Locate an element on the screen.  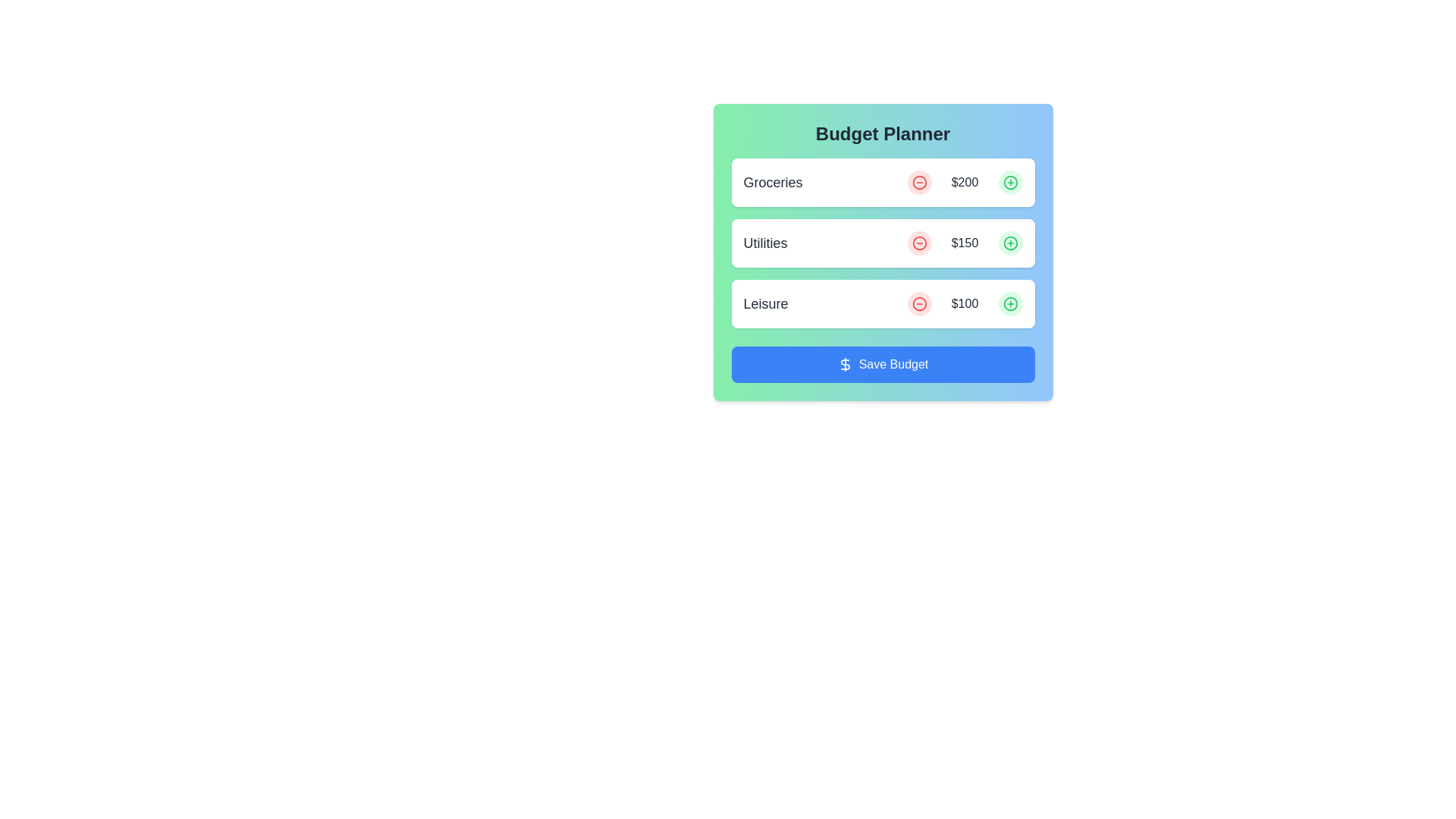
the button inside the green circular area is located at coordinates (1010, 242).